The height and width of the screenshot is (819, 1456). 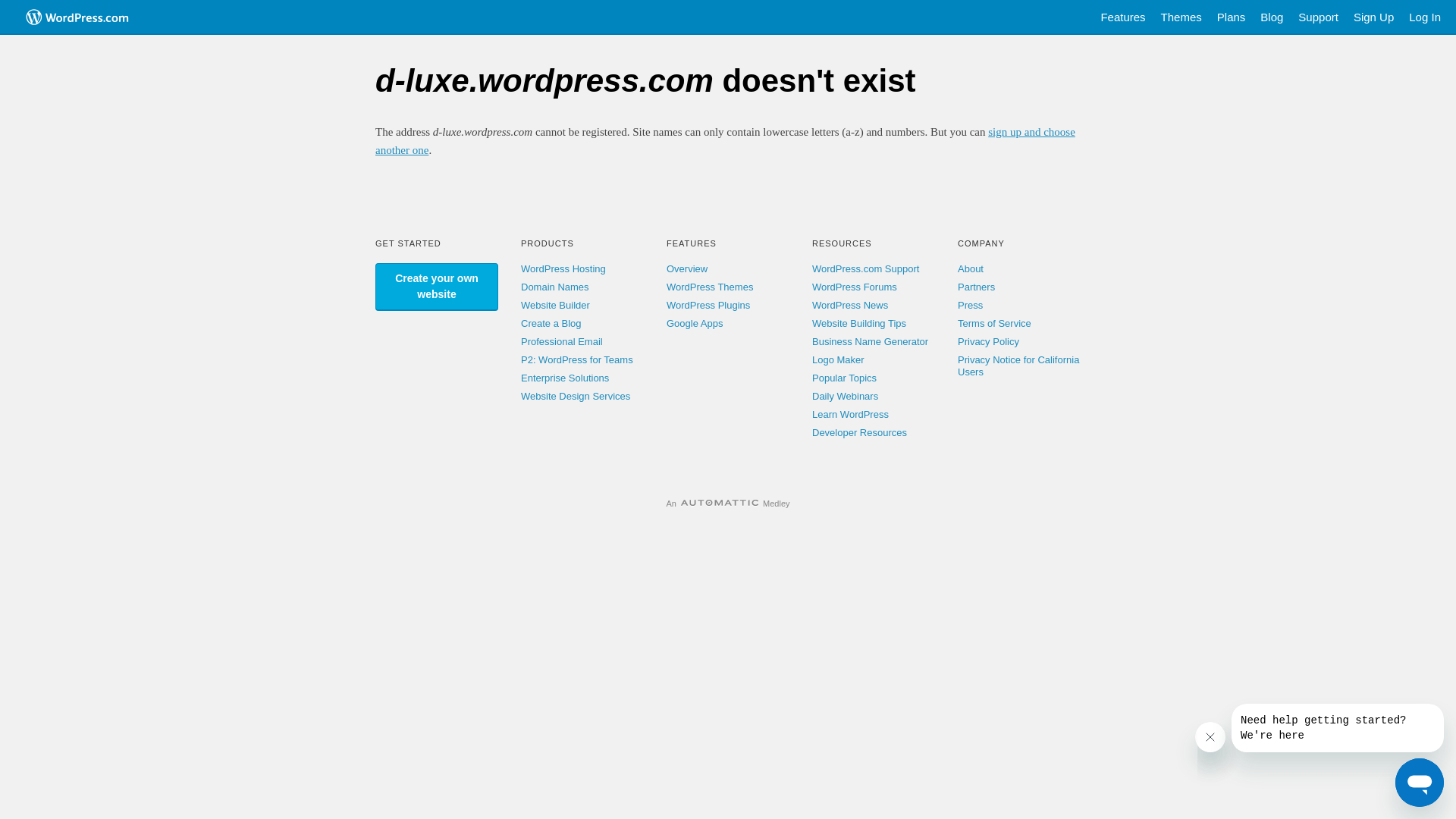 What do you see at coordinates (719, 503) in the screenshot?
I see `'Automattic'` at bounding box center [719, 503].